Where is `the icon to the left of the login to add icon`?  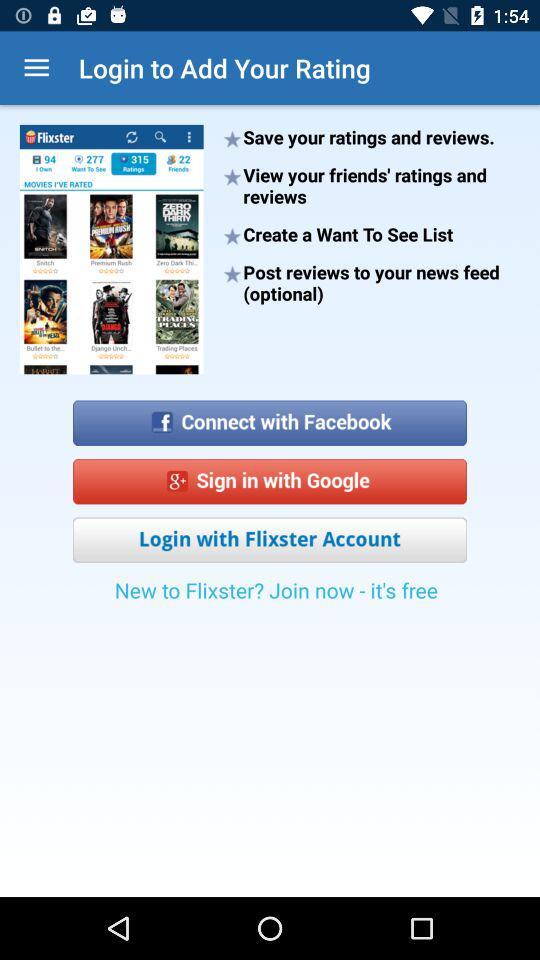
the icon to the left of the login to add icon is located at coordinates (36, 68).